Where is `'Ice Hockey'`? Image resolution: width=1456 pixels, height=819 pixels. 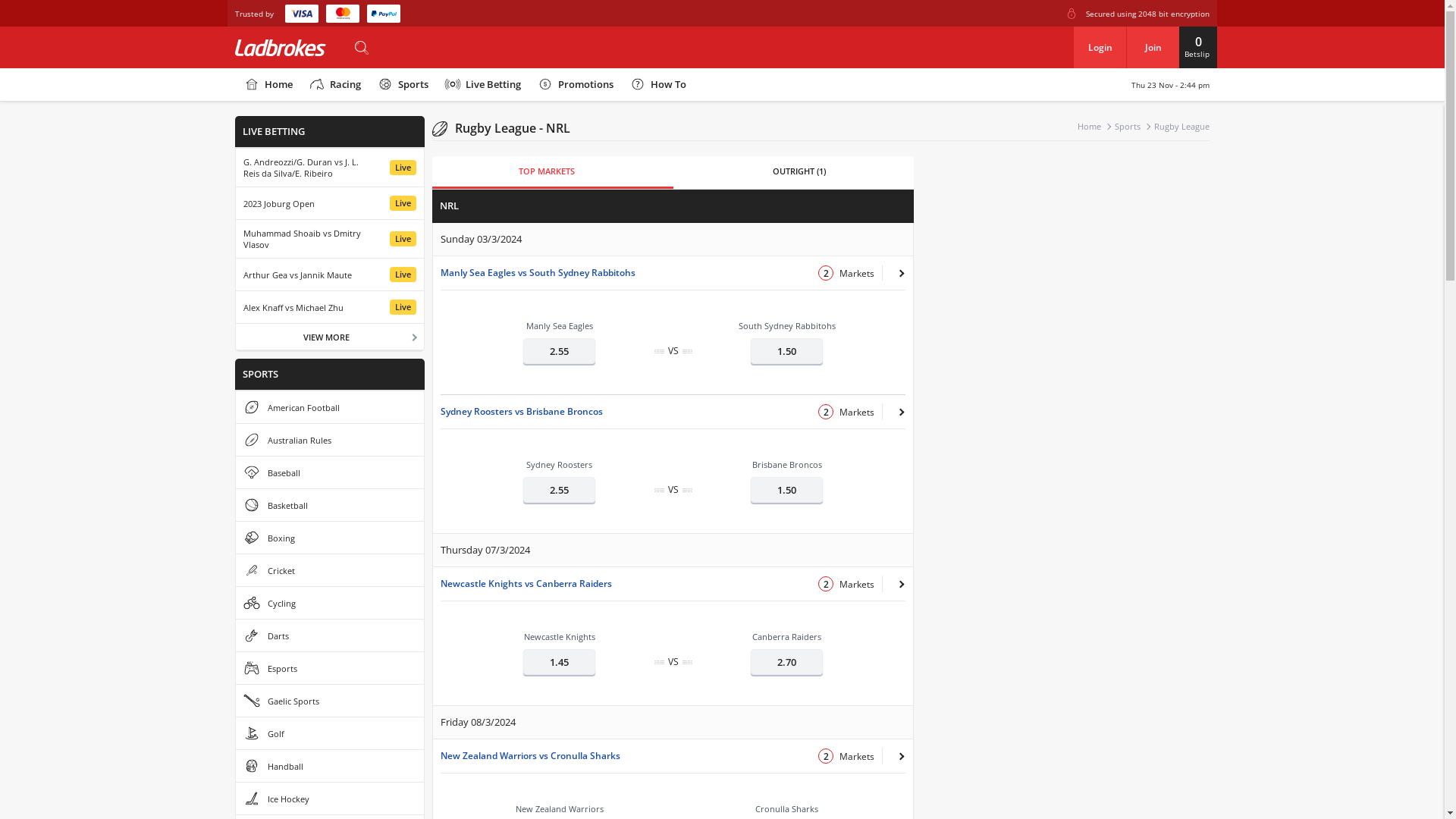
'Ice Hockey' is located at coordinates (329, 798).